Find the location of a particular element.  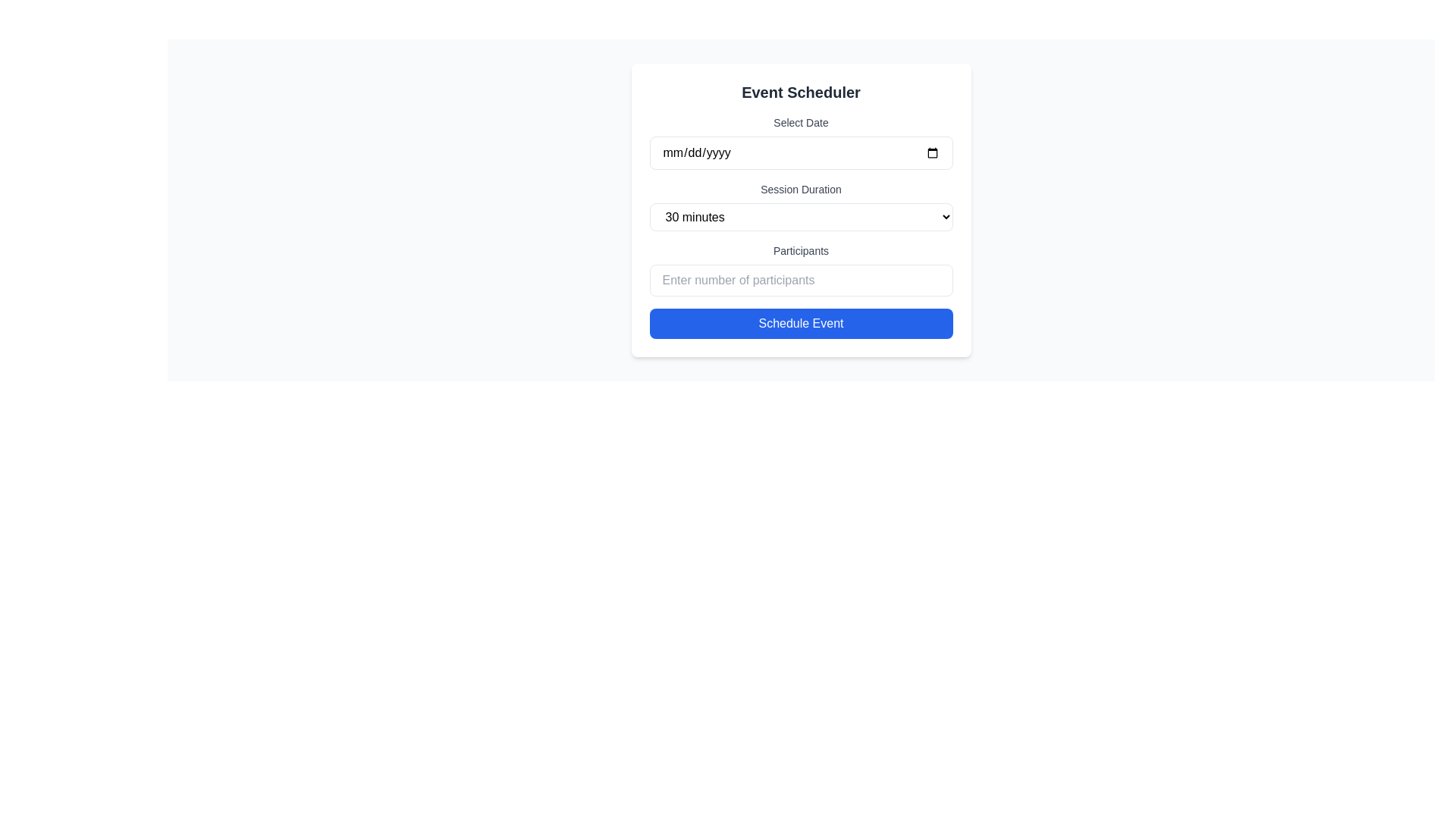

the text label that provides context for the adjacent date input field in the 'Event Scheduler' form, positioned at the top of the form is located at coordinates (800, 122).